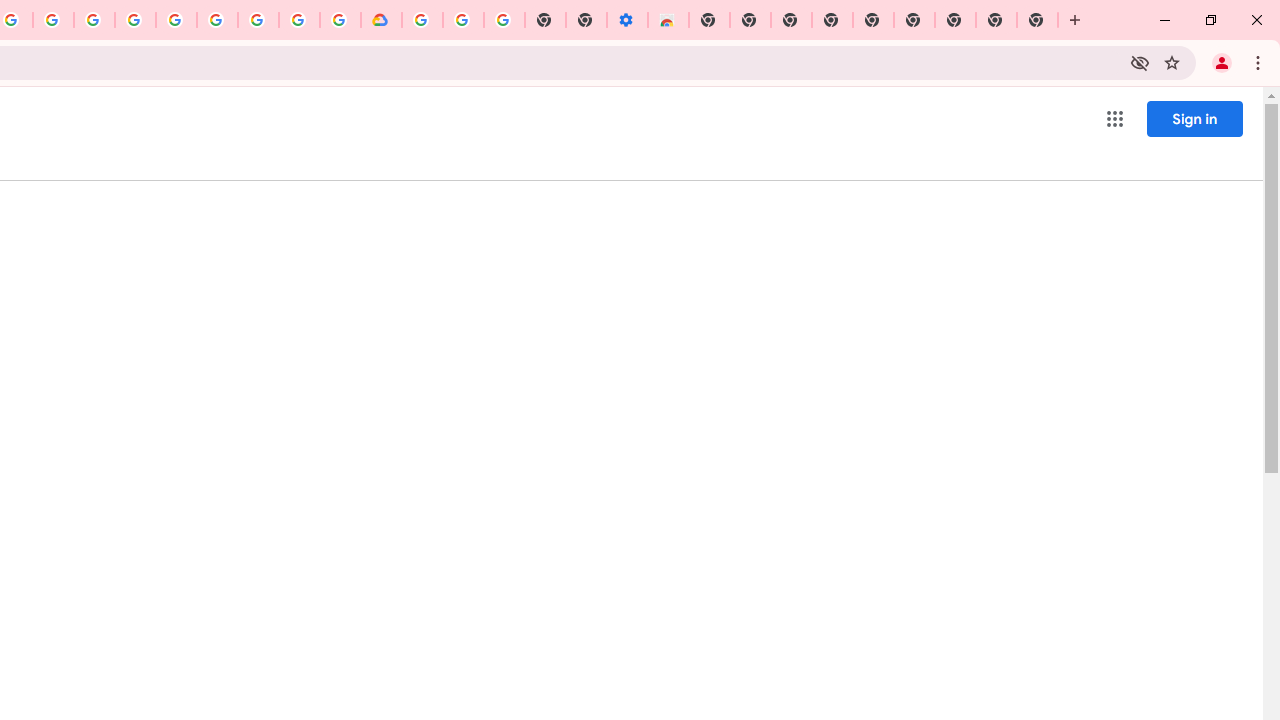 The width and height of the screenshot is (1280, 720). I want to click on 'Browse the Google Chrome Community - Google Chrome Community', so click(340, 20).